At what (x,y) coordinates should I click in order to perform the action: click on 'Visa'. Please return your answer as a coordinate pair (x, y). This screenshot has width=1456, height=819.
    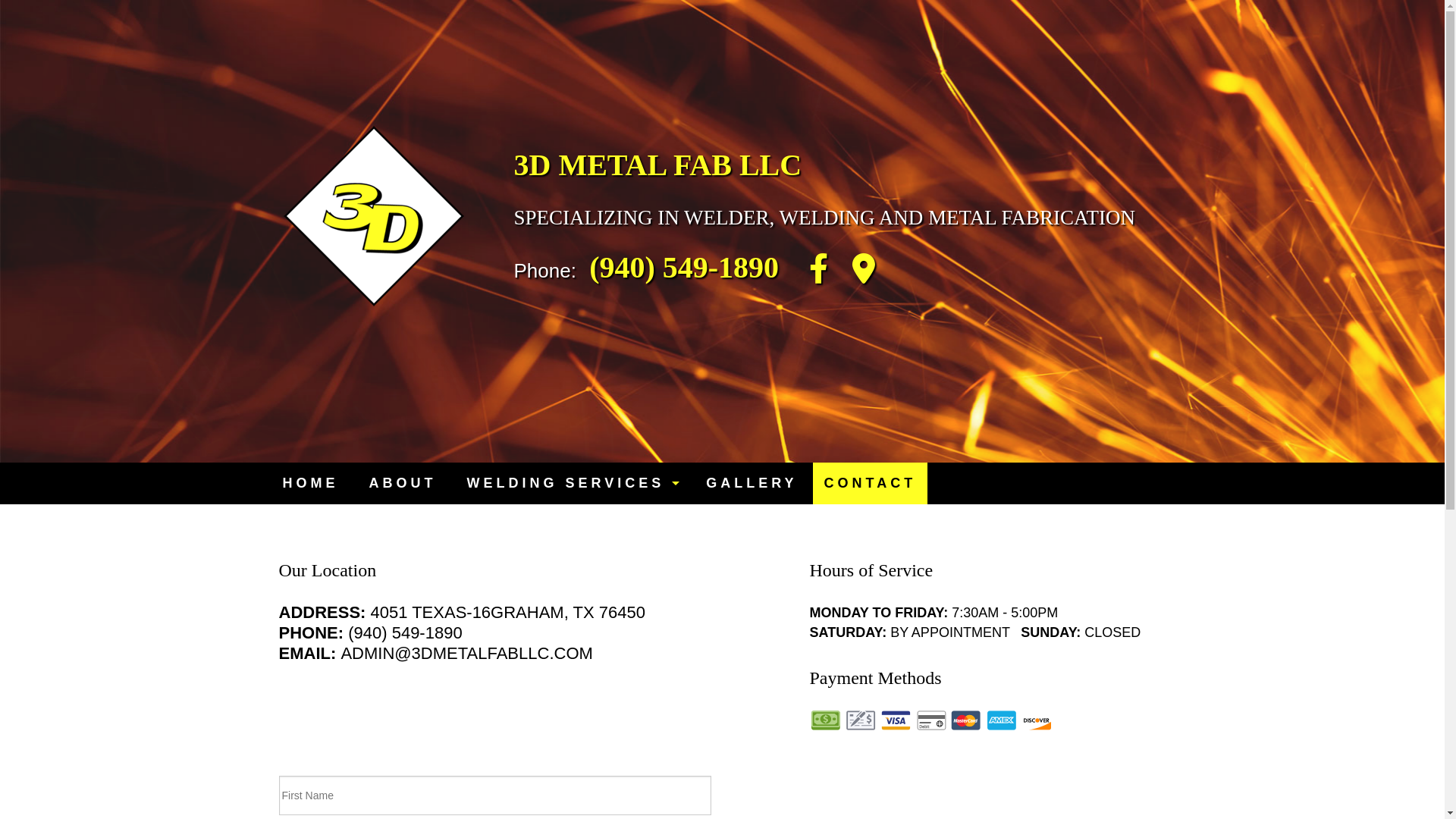
    Looking at the image, I should click on (895, 719).